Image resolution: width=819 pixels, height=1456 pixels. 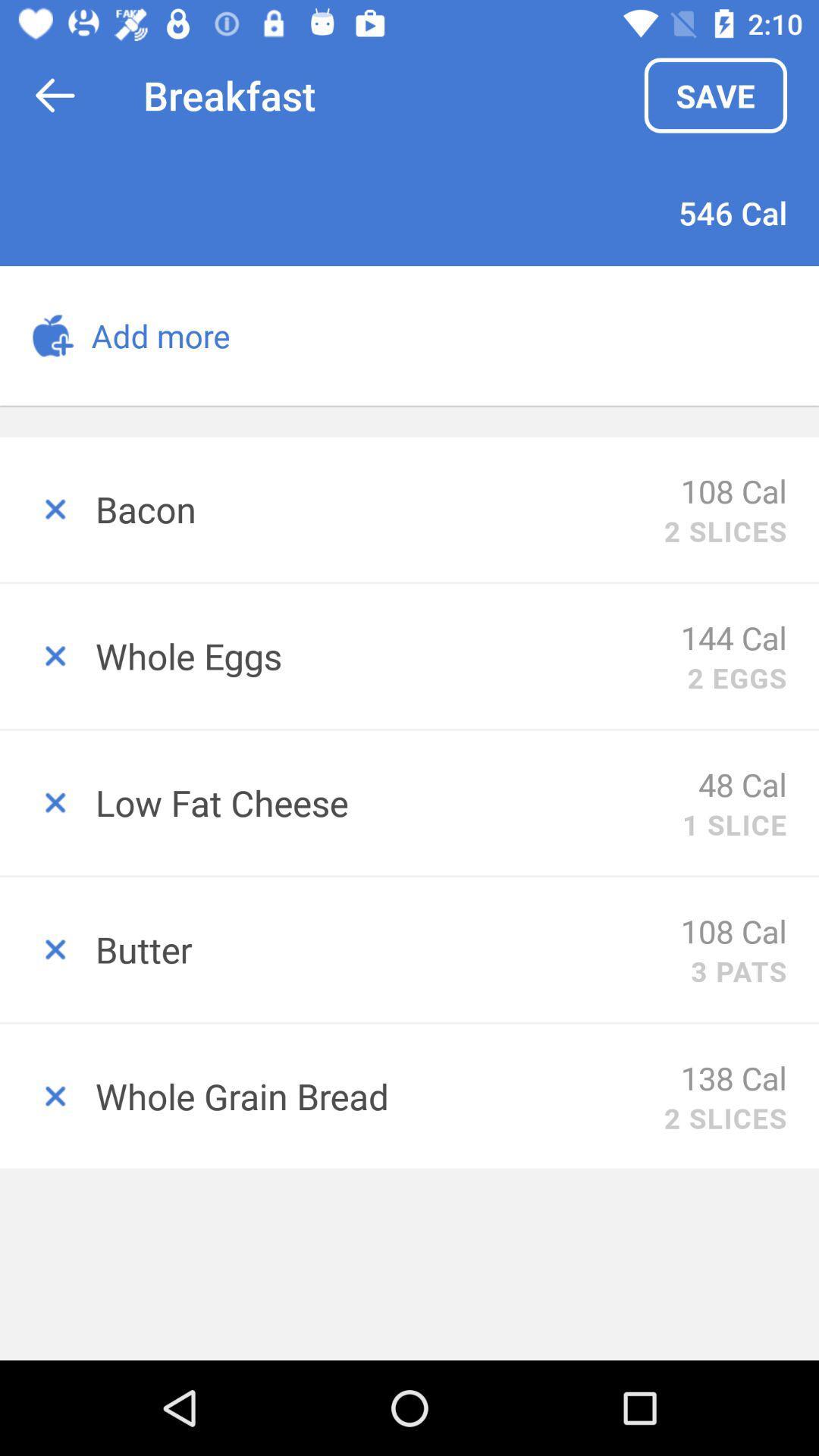 What do you see at coordinates (733, 637) in the screenshot?
I see `the item below 2 slices item` at bounding box center [733, 637].